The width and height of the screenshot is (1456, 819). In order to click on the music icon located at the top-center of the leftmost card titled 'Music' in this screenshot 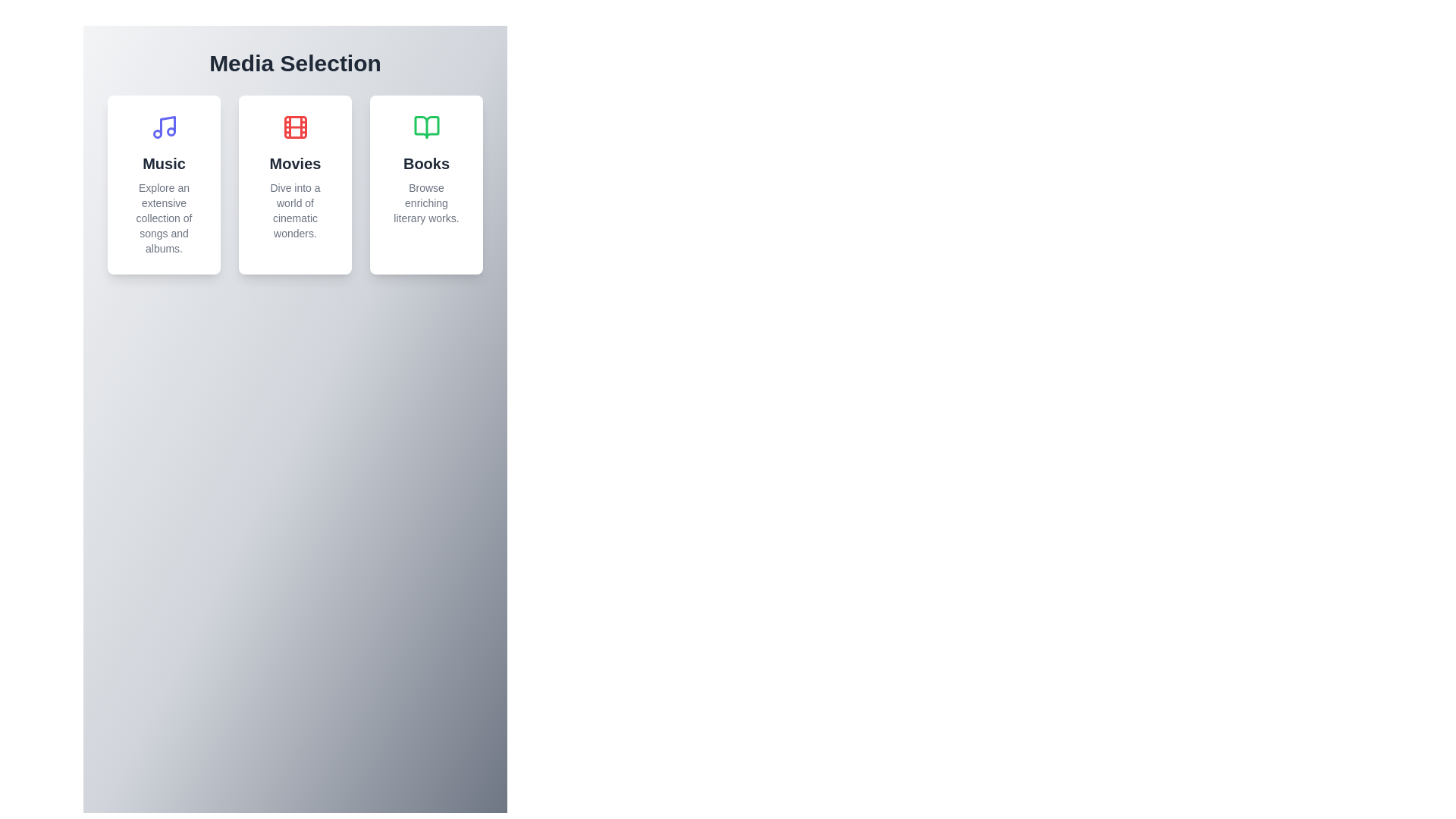, I will do `click(164, 127)`.